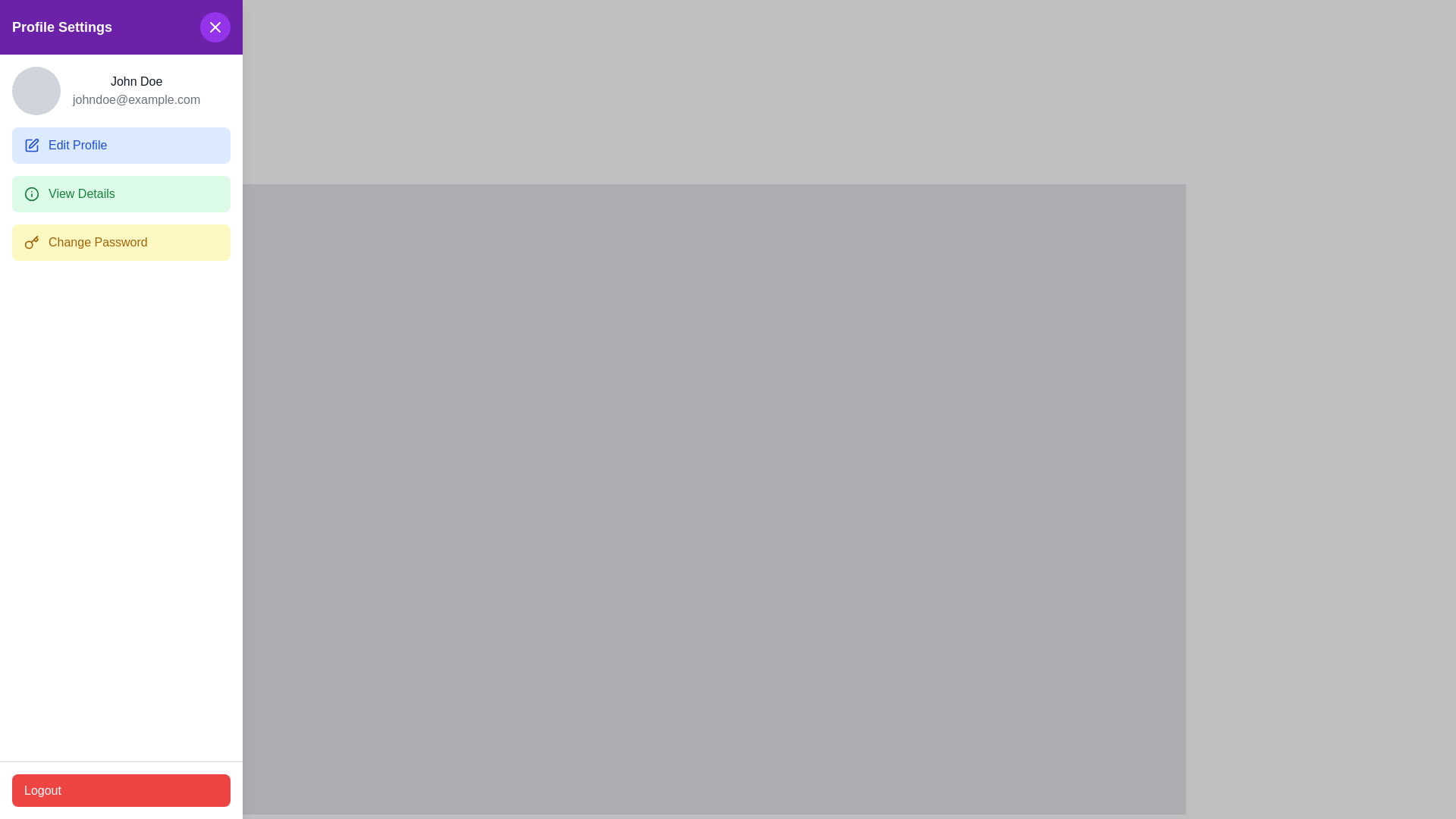  I want to click on the 'Profile Settings' label, which displays white text on a purple background and is positioned at the top-left corner of the interface, so click(61, 27).